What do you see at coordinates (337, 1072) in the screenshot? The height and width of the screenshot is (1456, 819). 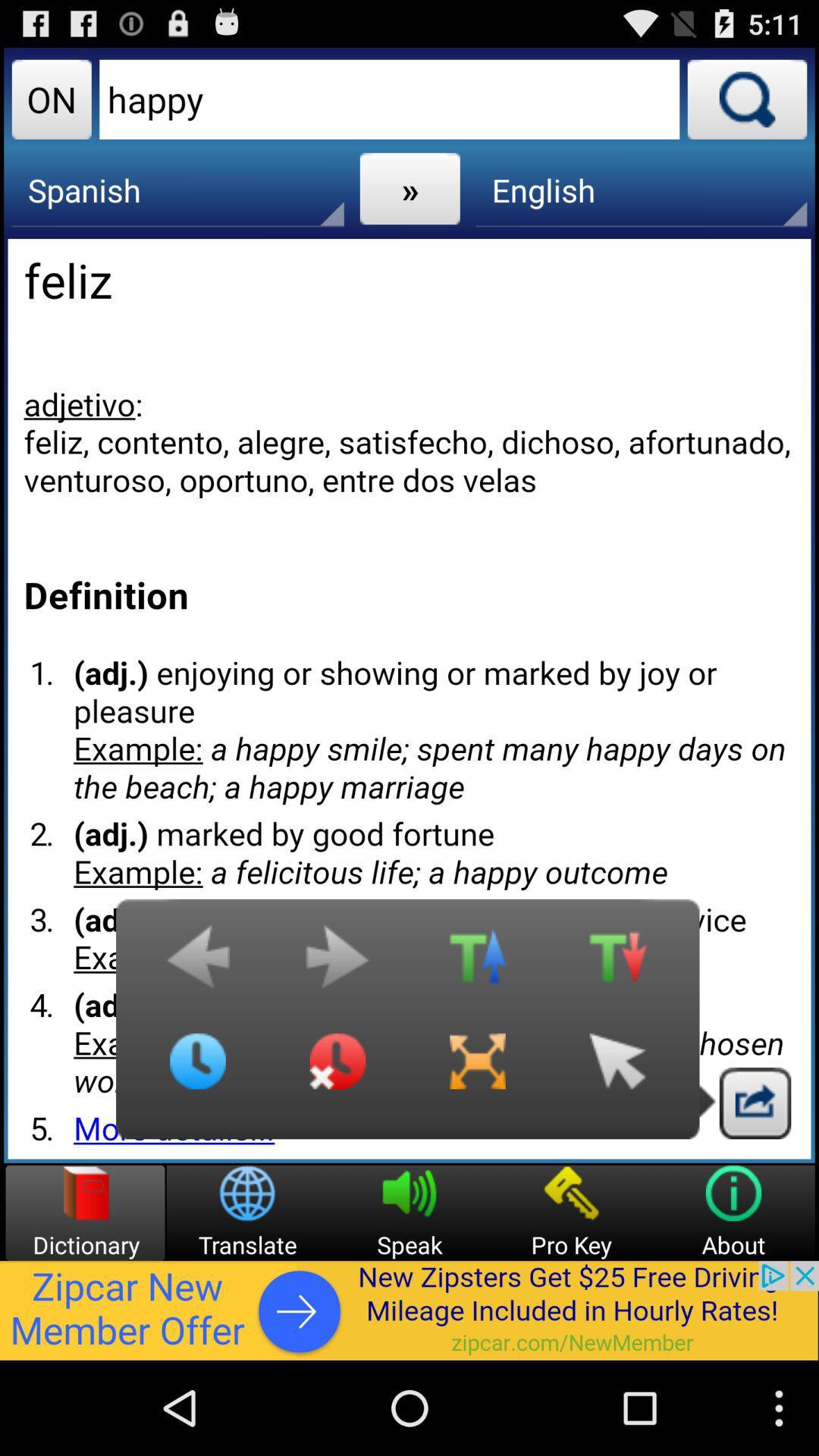 I see `close` at bounding box center [337, 1072].